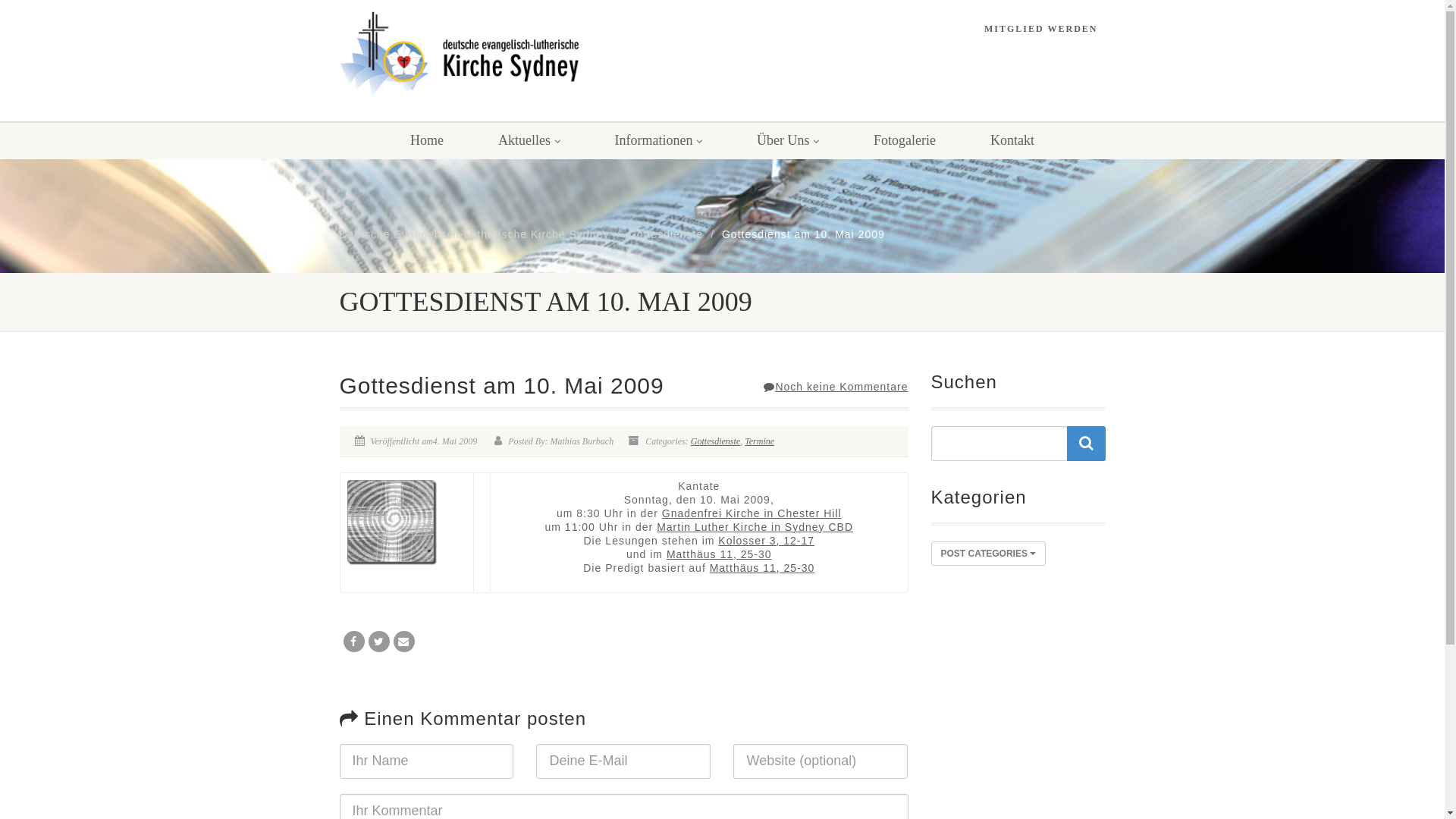  Describe the element at coordinates (835, 385) in the screenshot. I see `'Noch keine Kommentare'` at that location.